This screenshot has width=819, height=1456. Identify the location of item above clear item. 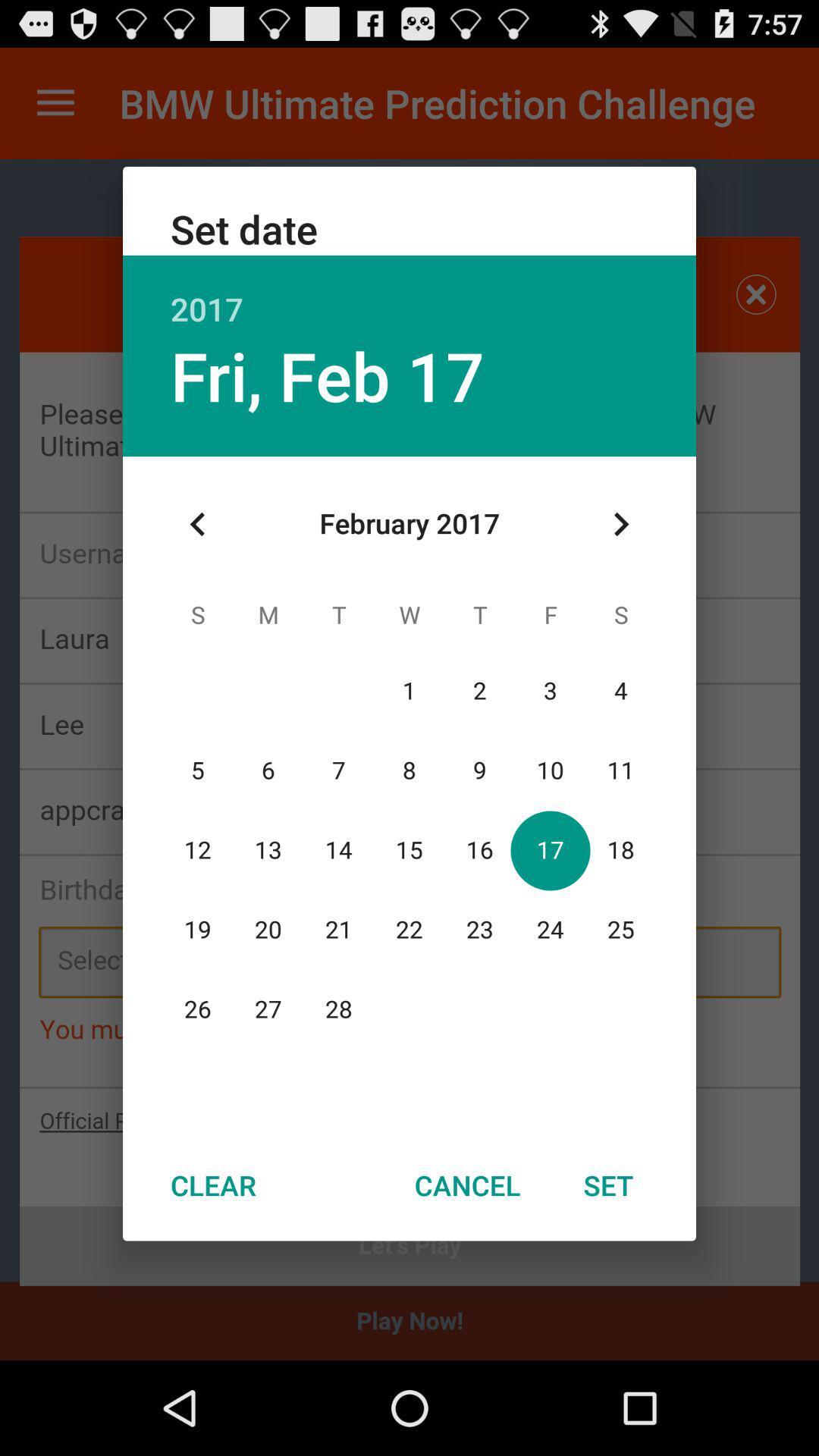
(197, 524).